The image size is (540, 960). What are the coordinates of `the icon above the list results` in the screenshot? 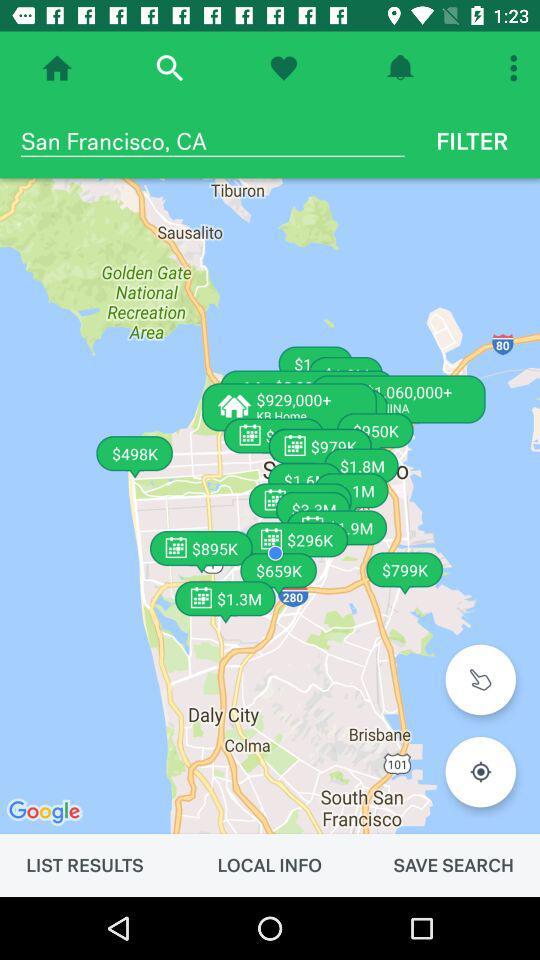 It's located at (270, 505).